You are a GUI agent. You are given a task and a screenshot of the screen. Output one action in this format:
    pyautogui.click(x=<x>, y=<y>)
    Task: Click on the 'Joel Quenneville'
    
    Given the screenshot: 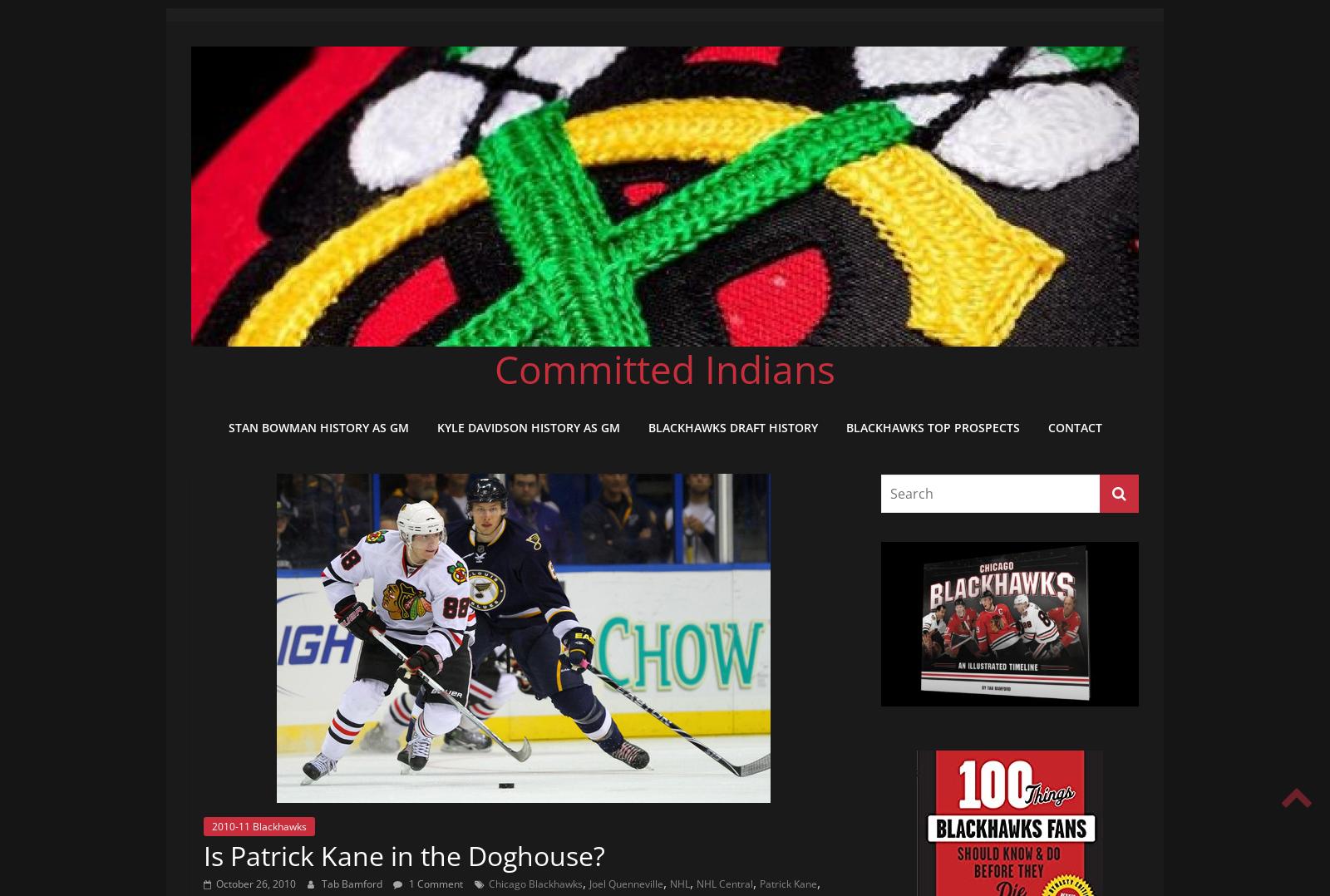 What is the action you would take?
    pyautogui.click(x=626, y=883)
    